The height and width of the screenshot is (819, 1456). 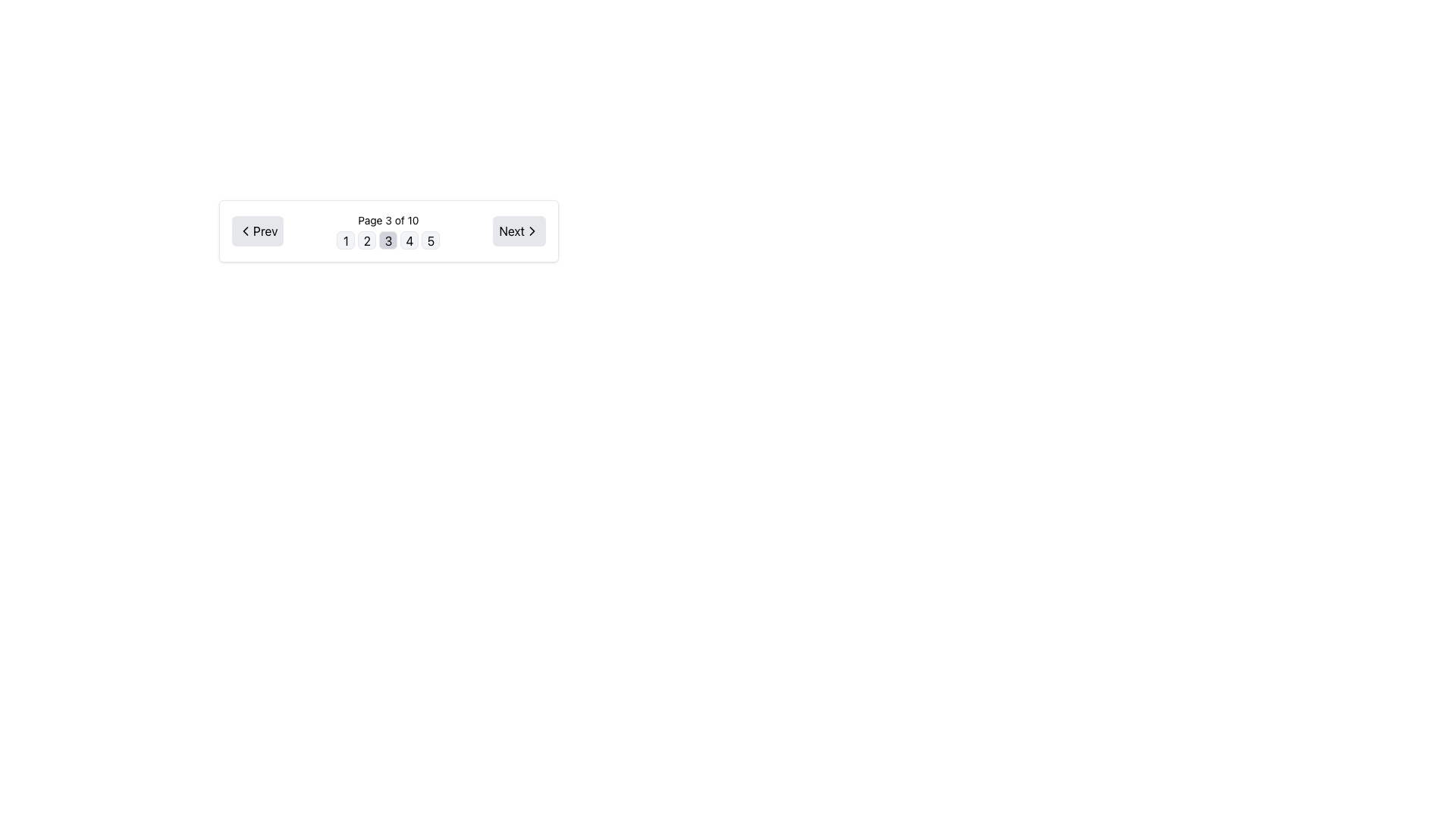 What do you see at coordinates (246, 231) in the screenshot?
I see `the left-directional chevron arrow icon inside the 'Prev' button, which is part of the pagination control` at bounding box center [246, 231].